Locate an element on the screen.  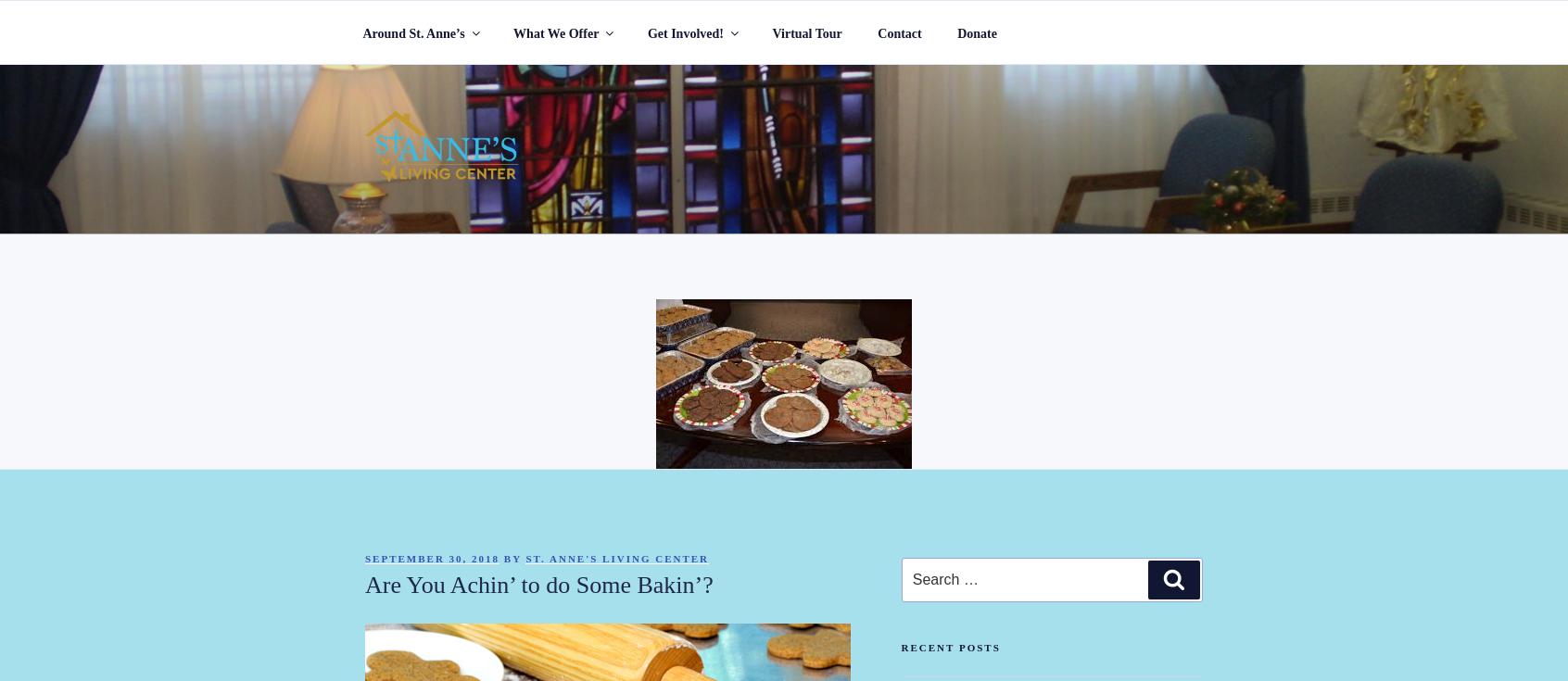
'St. Anne's Living Center' is located at coordinates (616, 558).